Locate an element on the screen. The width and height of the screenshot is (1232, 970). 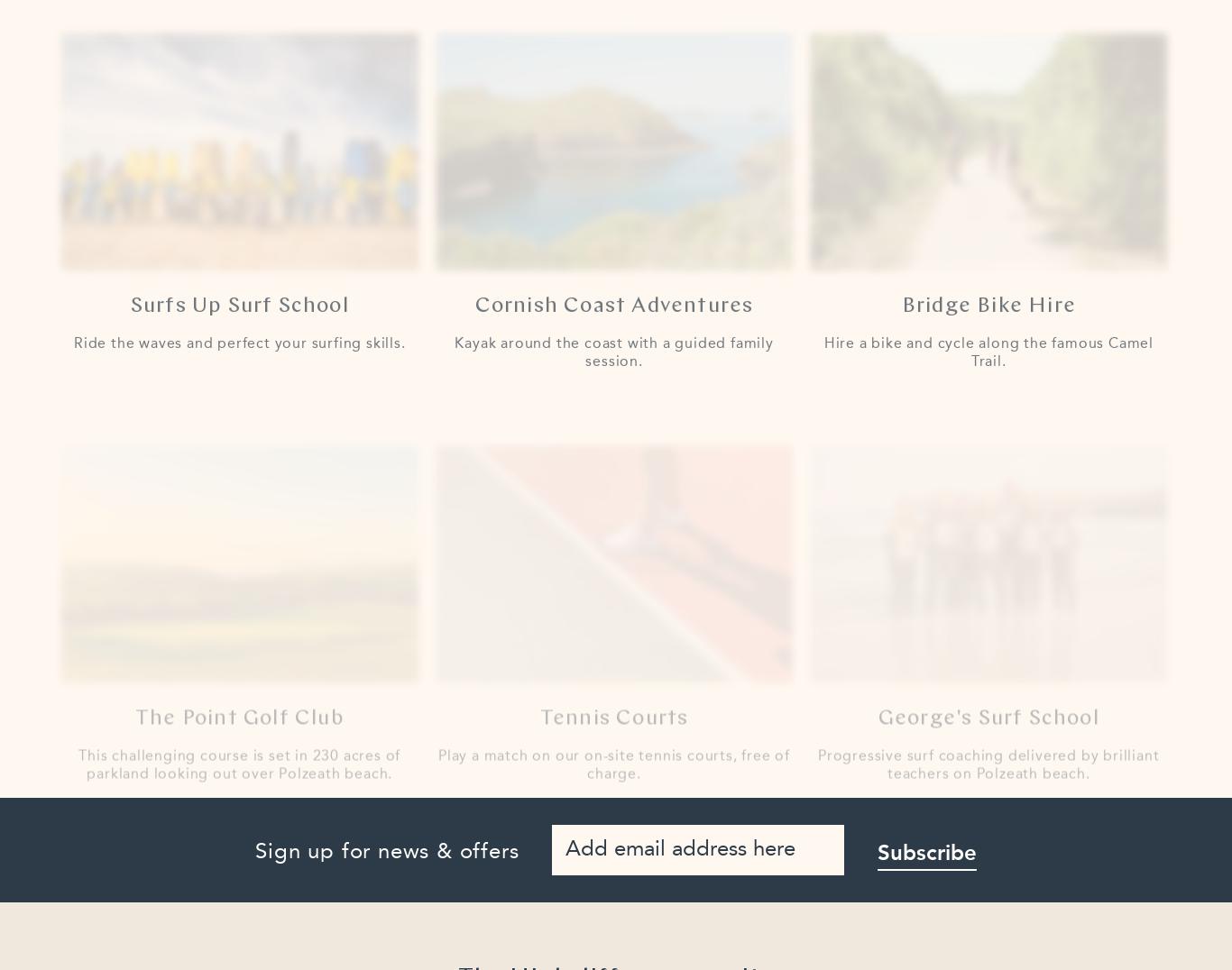
'This challenging course is set in 230 acres of parkland looking out over Polzeath beach.' is located at coordinates (239, 726).